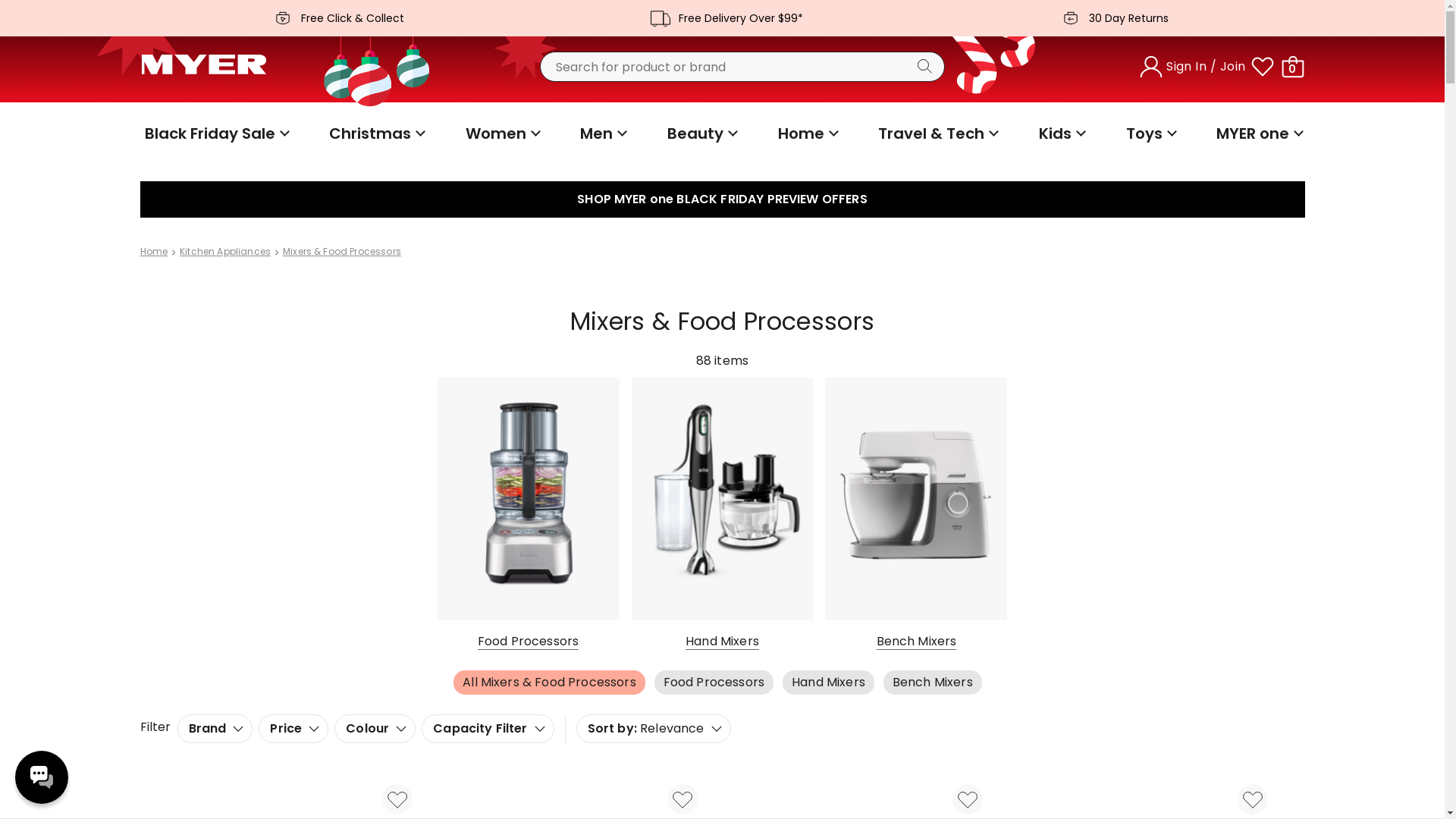 The image size is (1456, 819). What do you see at coordinates (827, 681) in the screenshot?
I see `'Hand Mixers'` at bounding box center [827, 681].